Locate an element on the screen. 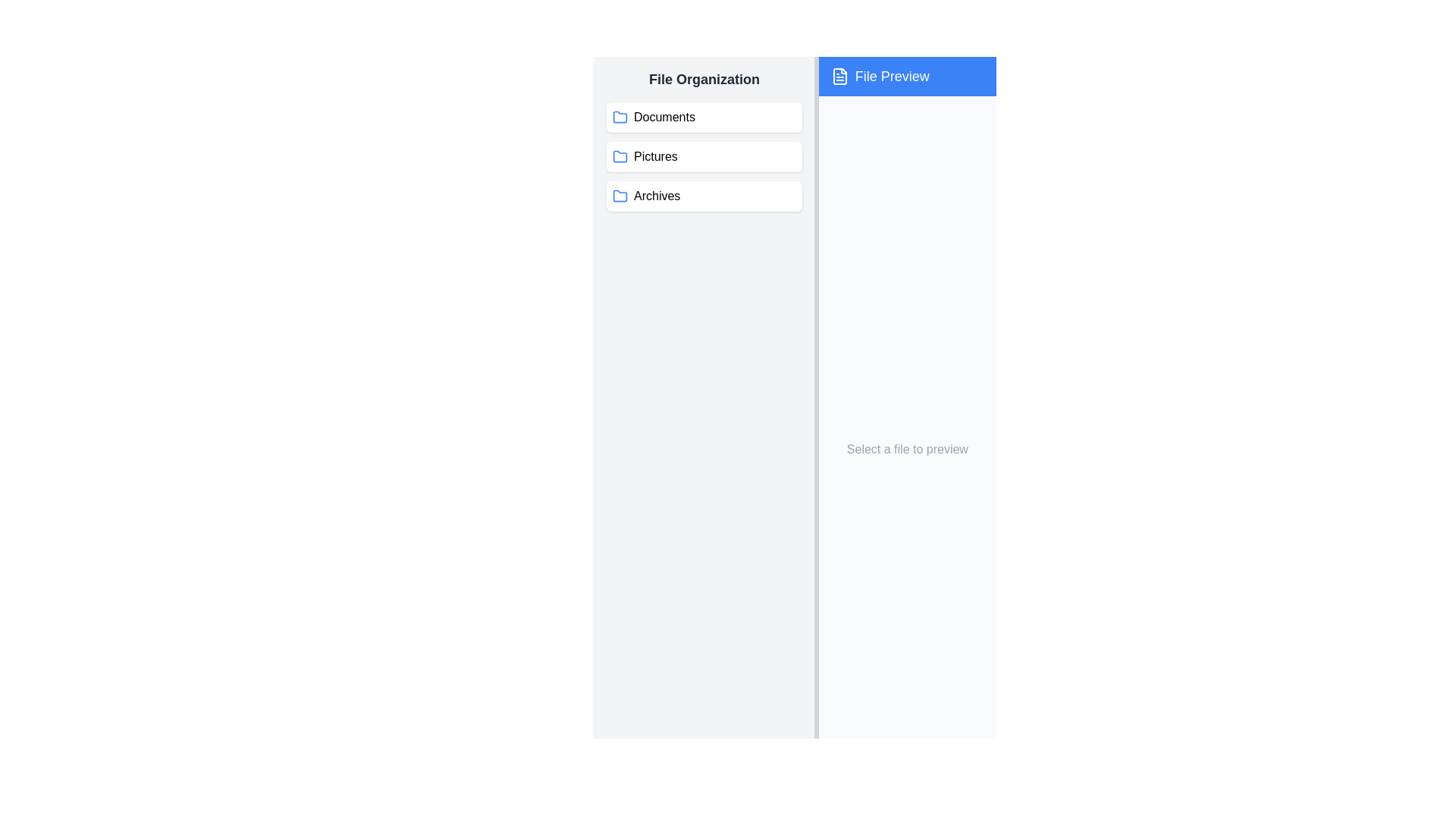 Image resolution: width=1456 pixels, height=819 pixels. the 'File Preview' text label located on the right panel header next to the document icon within a blue background band is located at coordinates (892, 76).